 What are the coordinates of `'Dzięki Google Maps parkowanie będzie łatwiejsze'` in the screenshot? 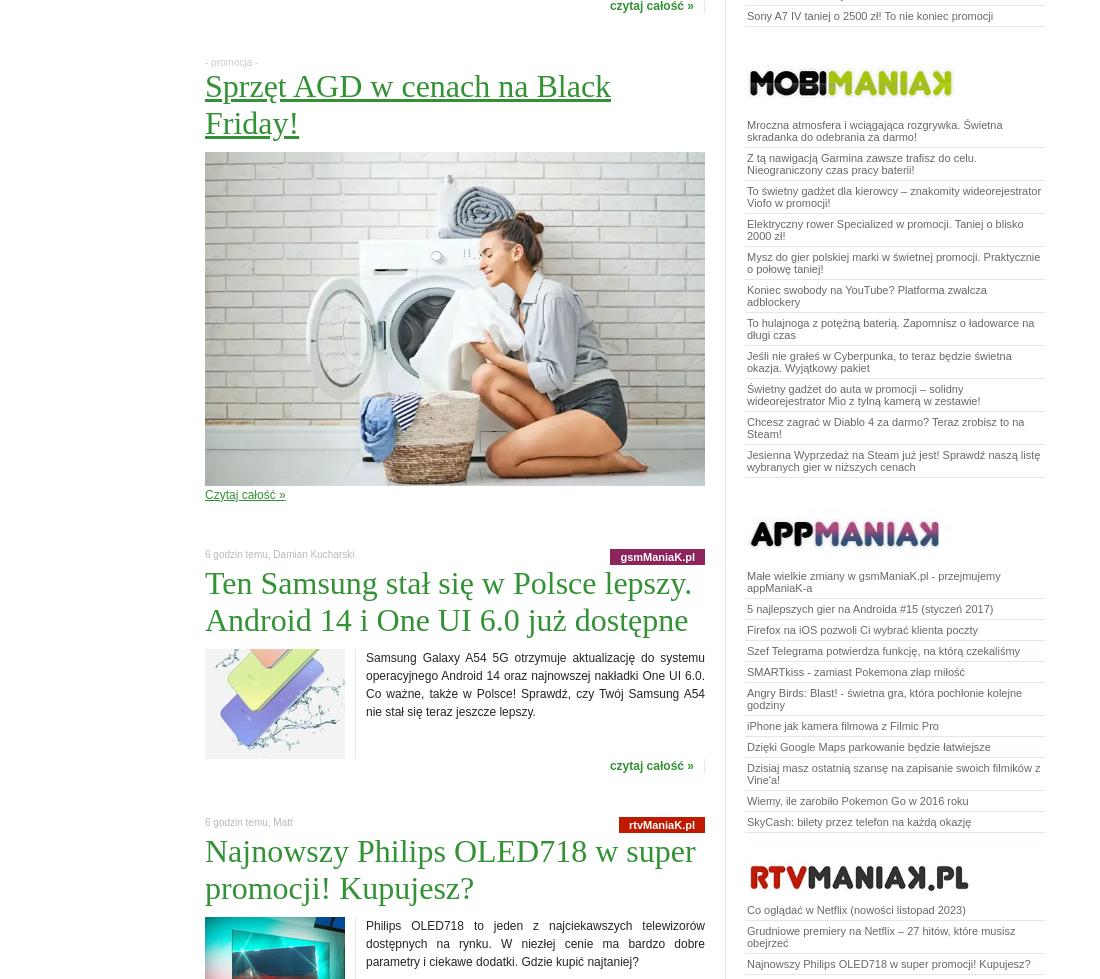 It's located at (867, 745).